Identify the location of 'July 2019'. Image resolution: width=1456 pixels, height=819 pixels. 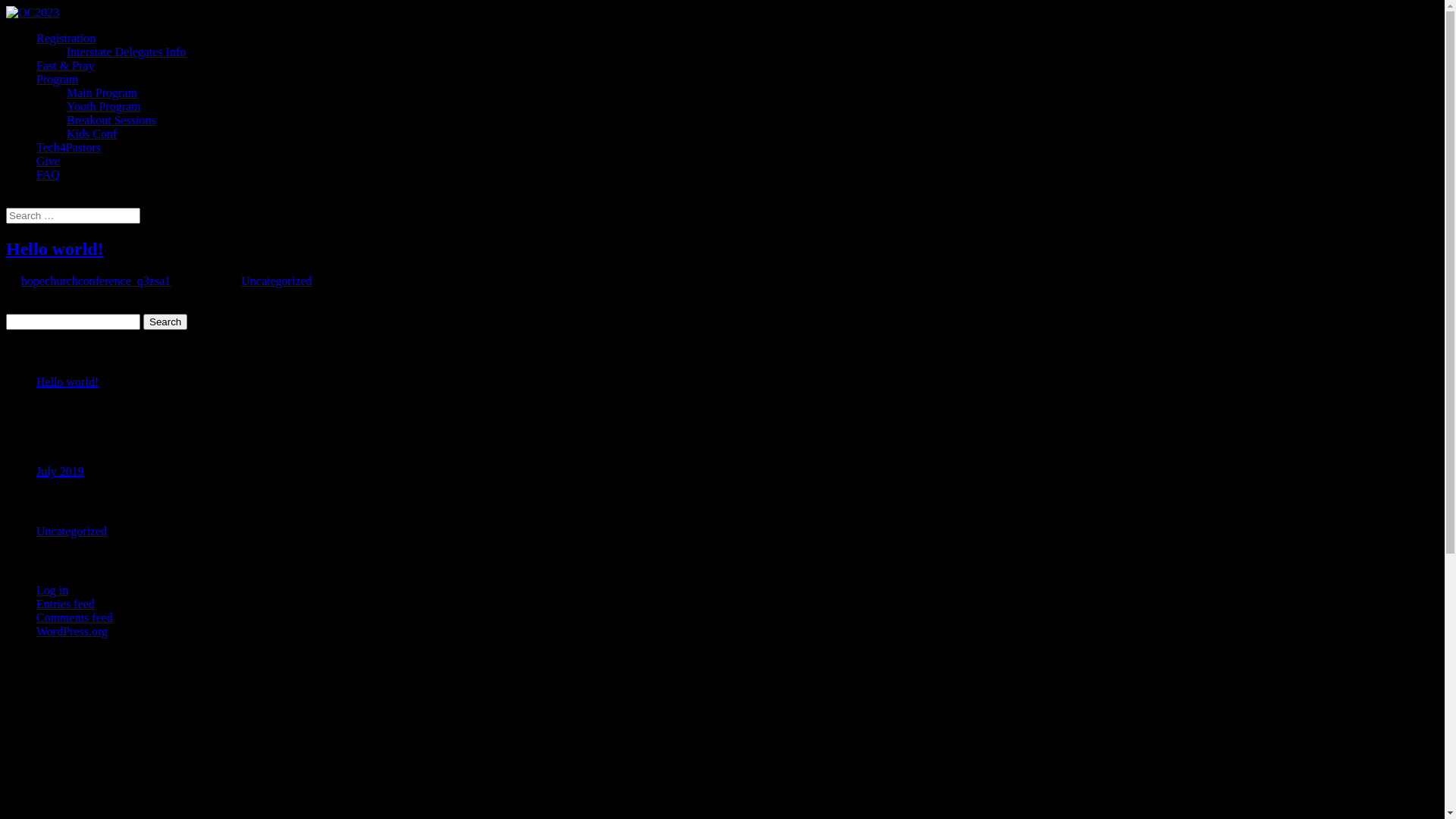
(36, 470).